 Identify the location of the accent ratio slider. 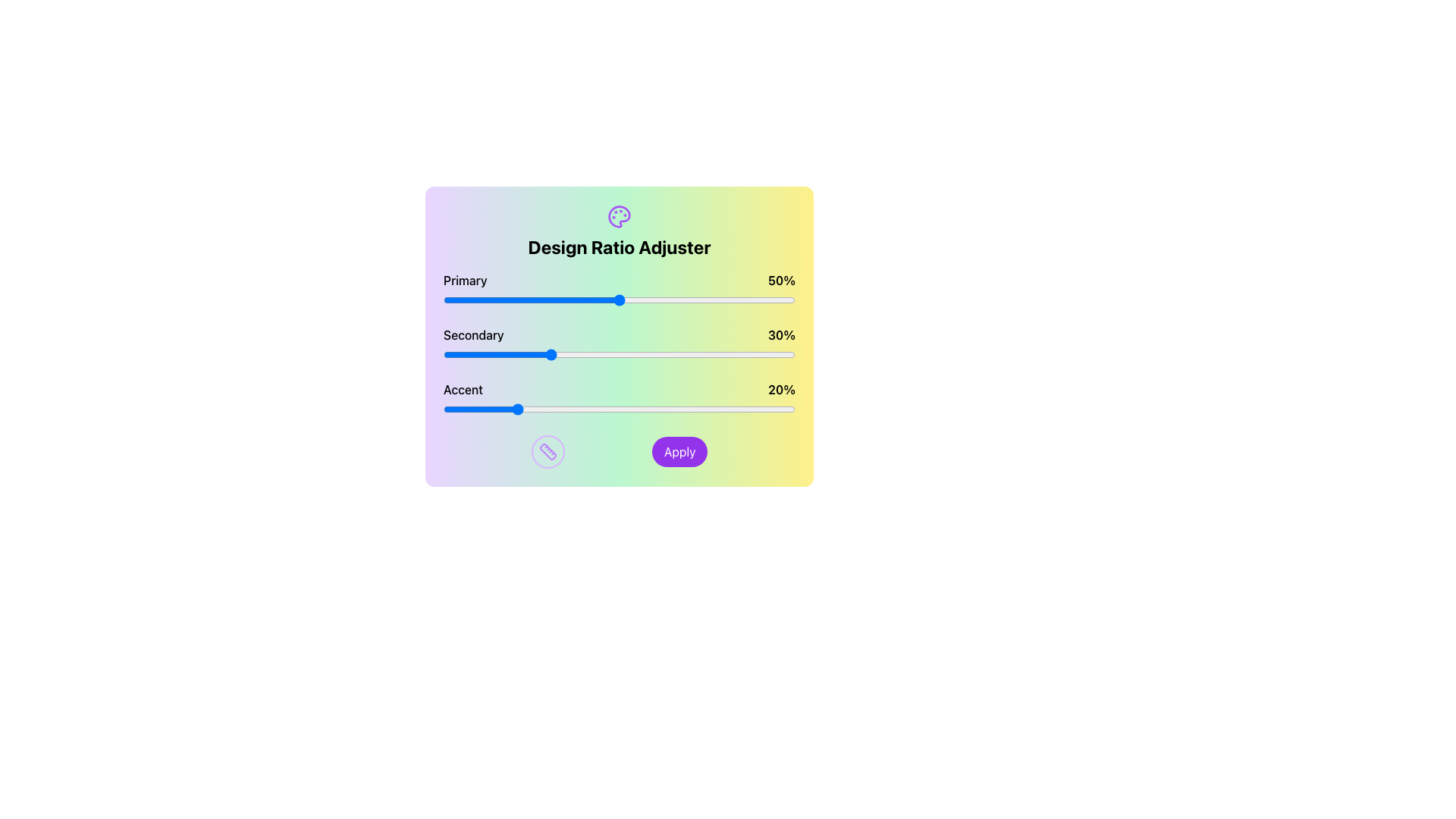
(675, 409).